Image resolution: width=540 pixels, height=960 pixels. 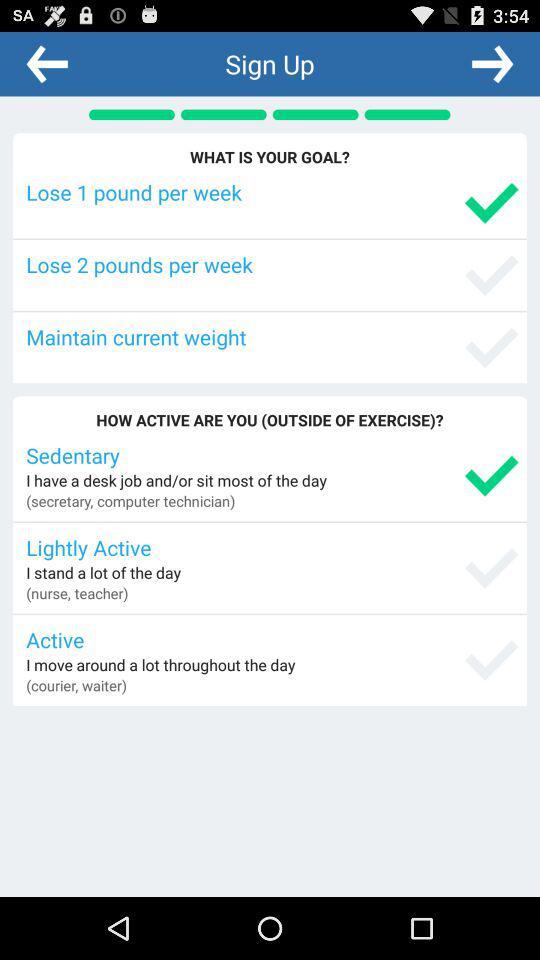 What do you see at coordinates (130, 499) in the screenshot?
I see `the icon below i have a app` at bounding box center [130, 499].